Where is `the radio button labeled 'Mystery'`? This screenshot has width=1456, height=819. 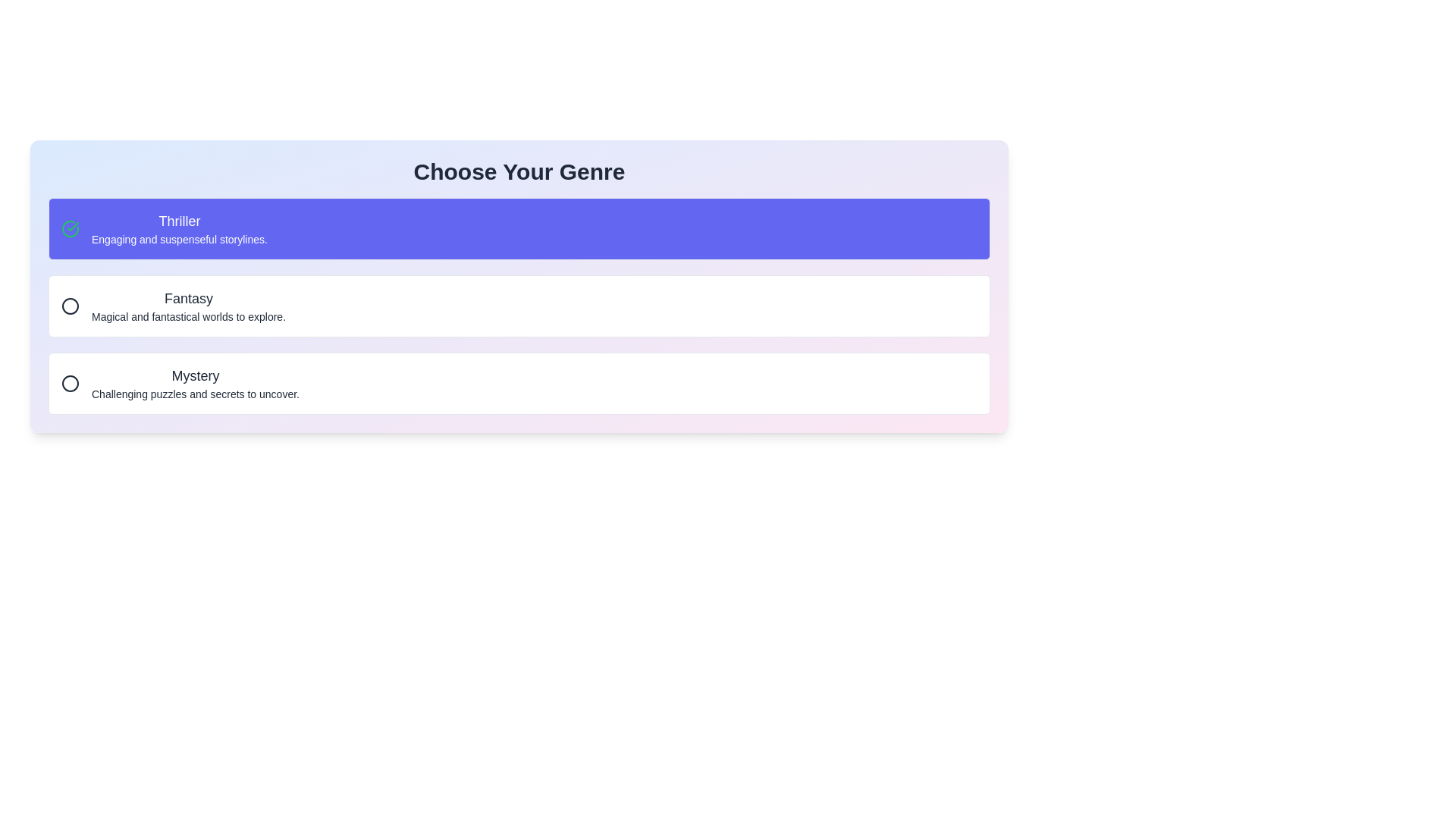
the radio button labeled 'Mystery' is located at coordinates (519, 382).